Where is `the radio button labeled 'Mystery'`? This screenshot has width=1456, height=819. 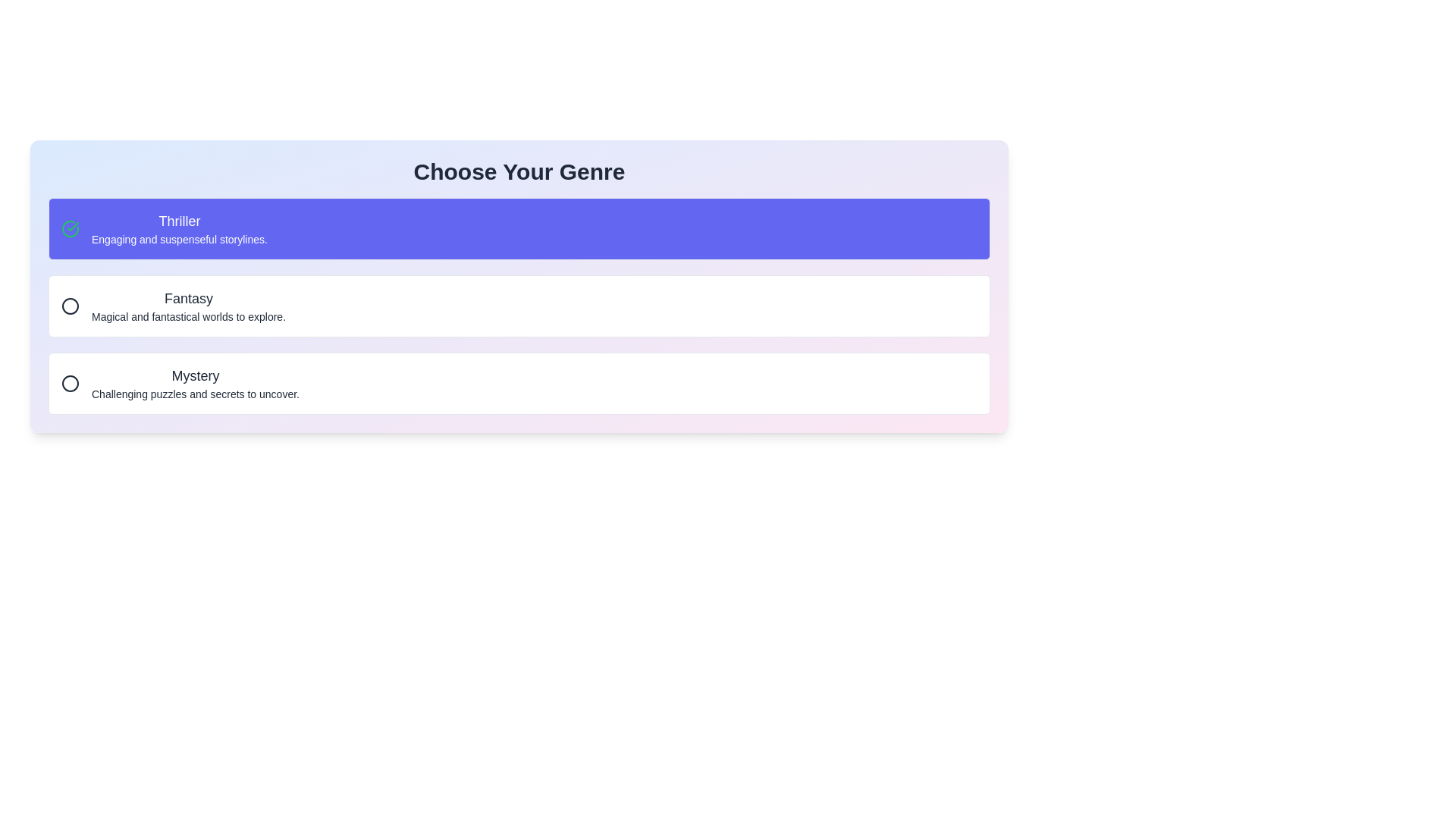
the radio button labeled 'Mystery' is located at coordinates (519, 382).